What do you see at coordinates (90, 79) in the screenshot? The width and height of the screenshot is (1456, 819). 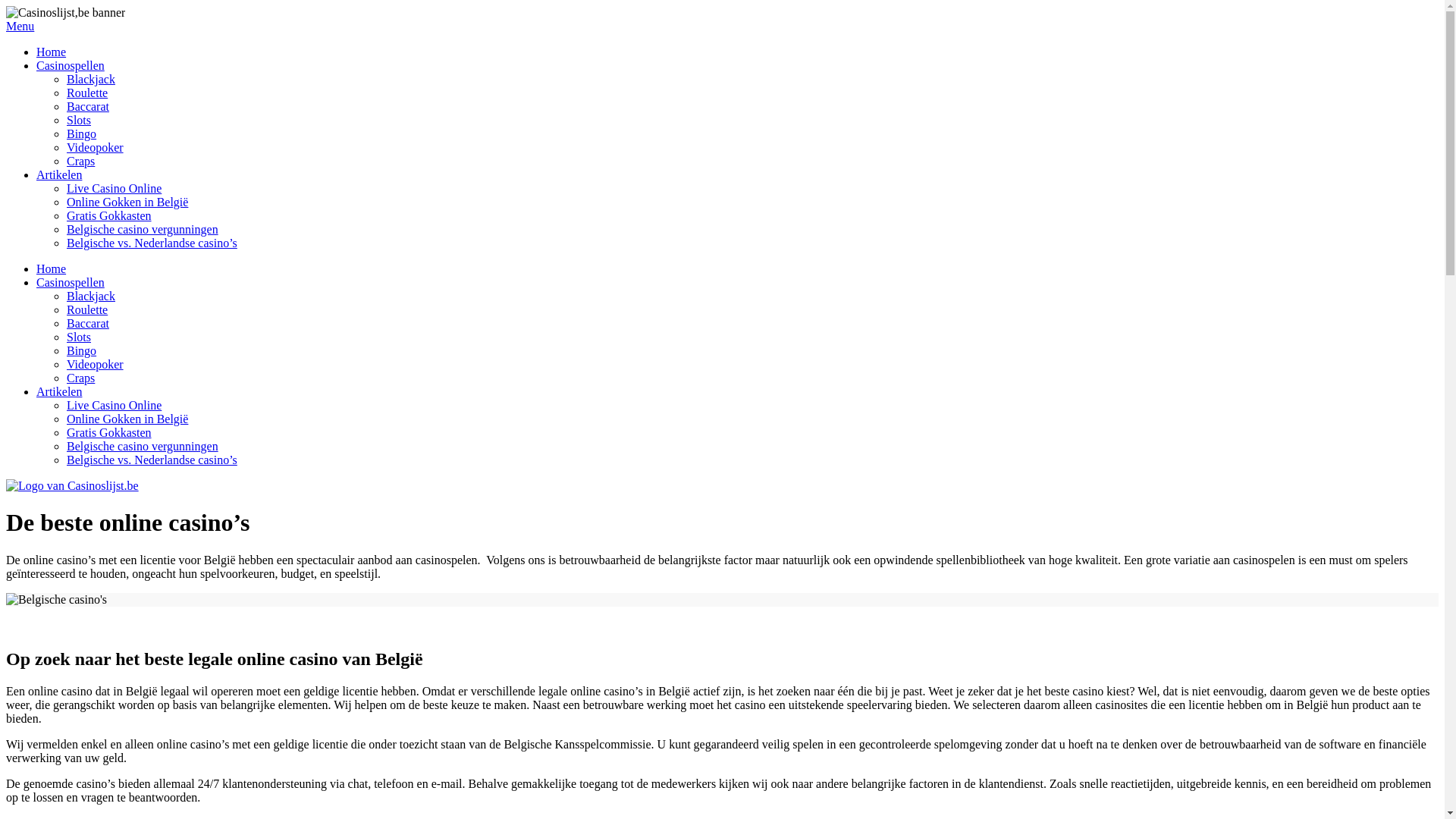 I see `'Blackjack'` at bounding box center [90, 79].